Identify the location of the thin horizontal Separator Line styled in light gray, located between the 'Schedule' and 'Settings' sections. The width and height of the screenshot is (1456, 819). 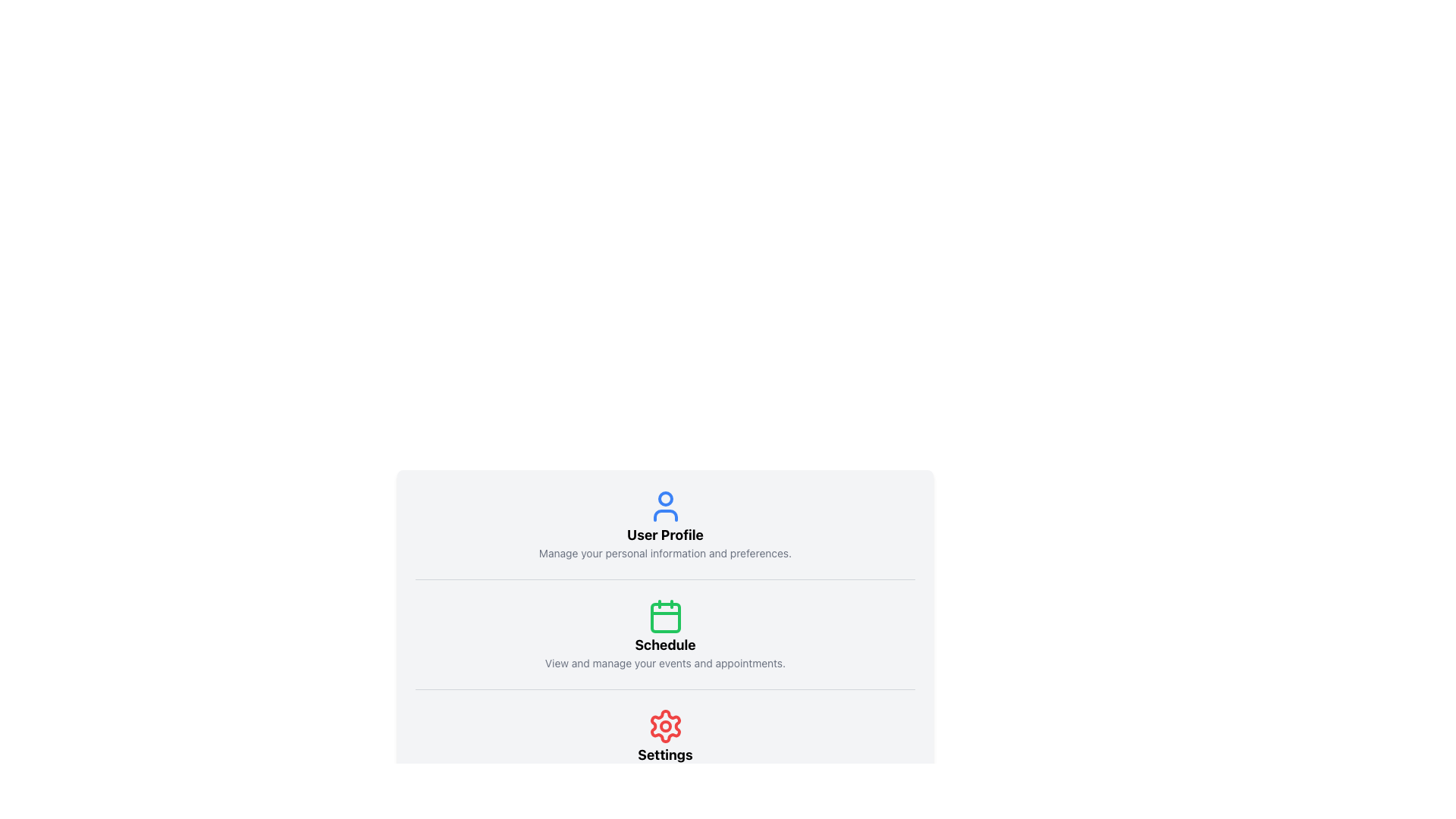
(665, 689).